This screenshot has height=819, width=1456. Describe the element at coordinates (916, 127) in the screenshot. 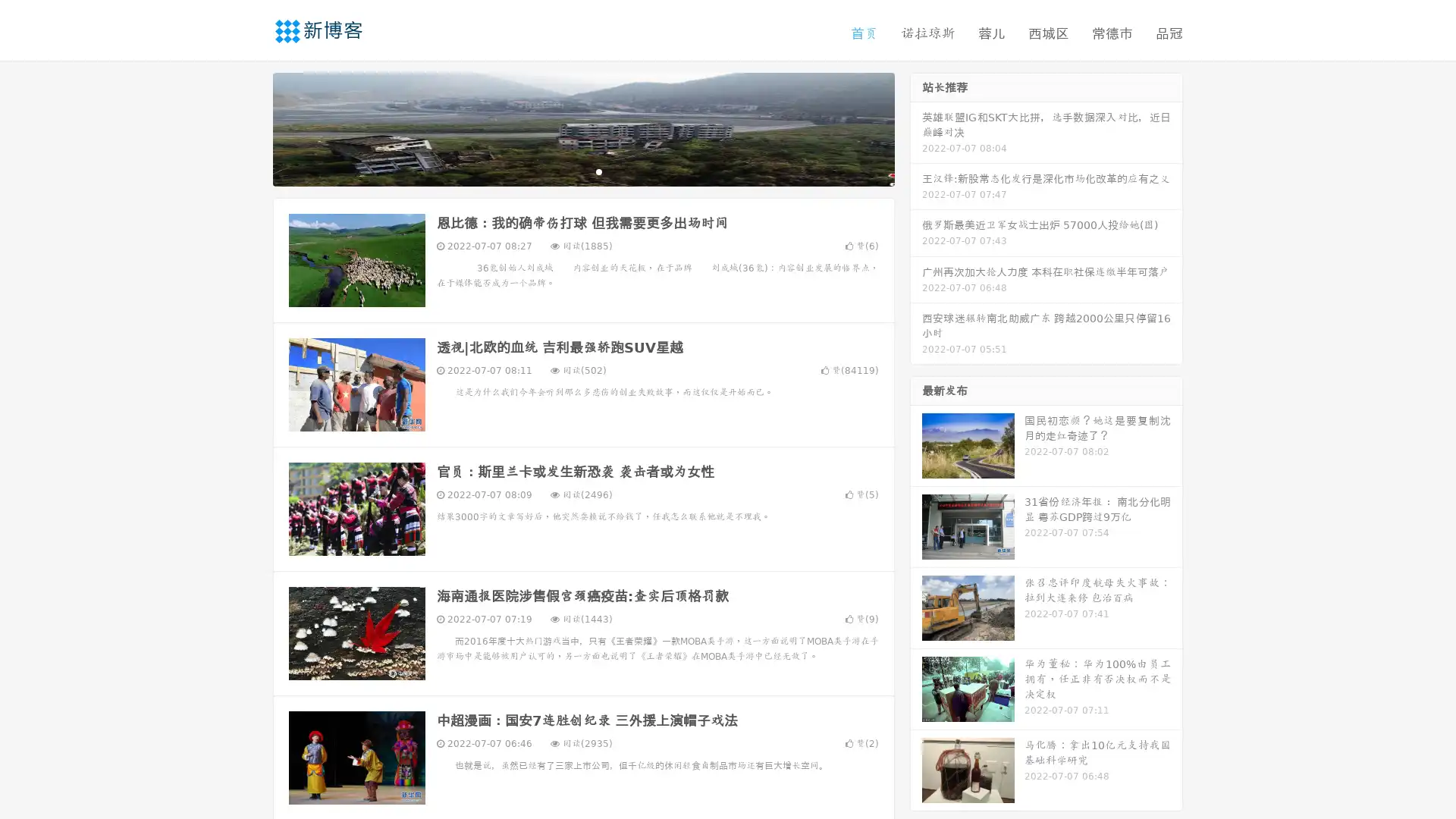

I see `Next slide` at that location.